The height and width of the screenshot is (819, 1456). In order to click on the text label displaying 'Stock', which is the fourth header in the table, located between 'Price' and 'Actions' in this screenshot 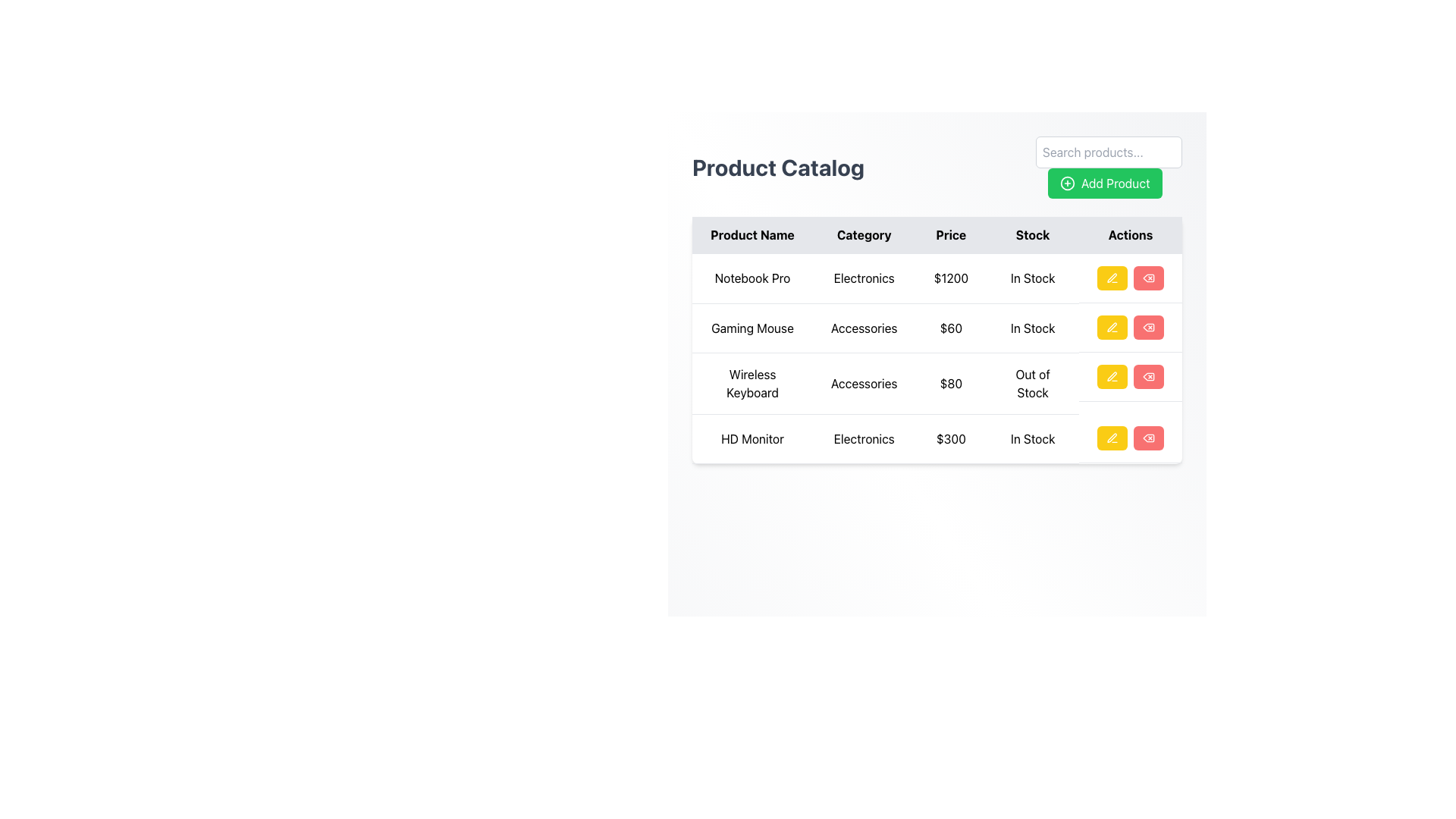, I will do `click(1032, 235)`.